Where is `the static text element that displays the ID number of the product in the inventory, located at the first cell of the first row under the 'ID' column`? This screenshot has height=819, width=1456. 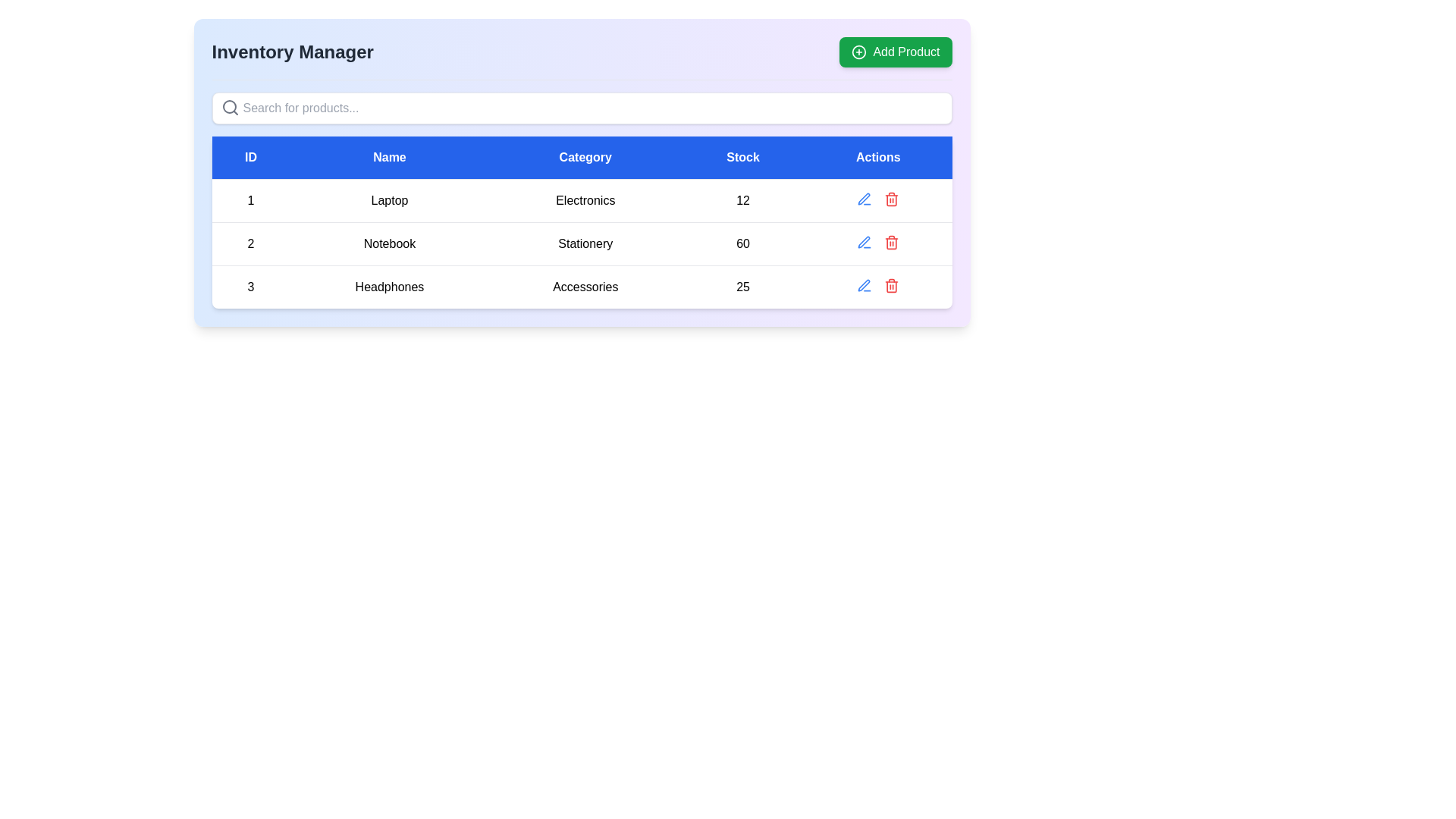
the static text element that displays the ID number of the product in the inventory, located at the first cell of the first row under the 'ID' column is located at coordinates (251, 200).